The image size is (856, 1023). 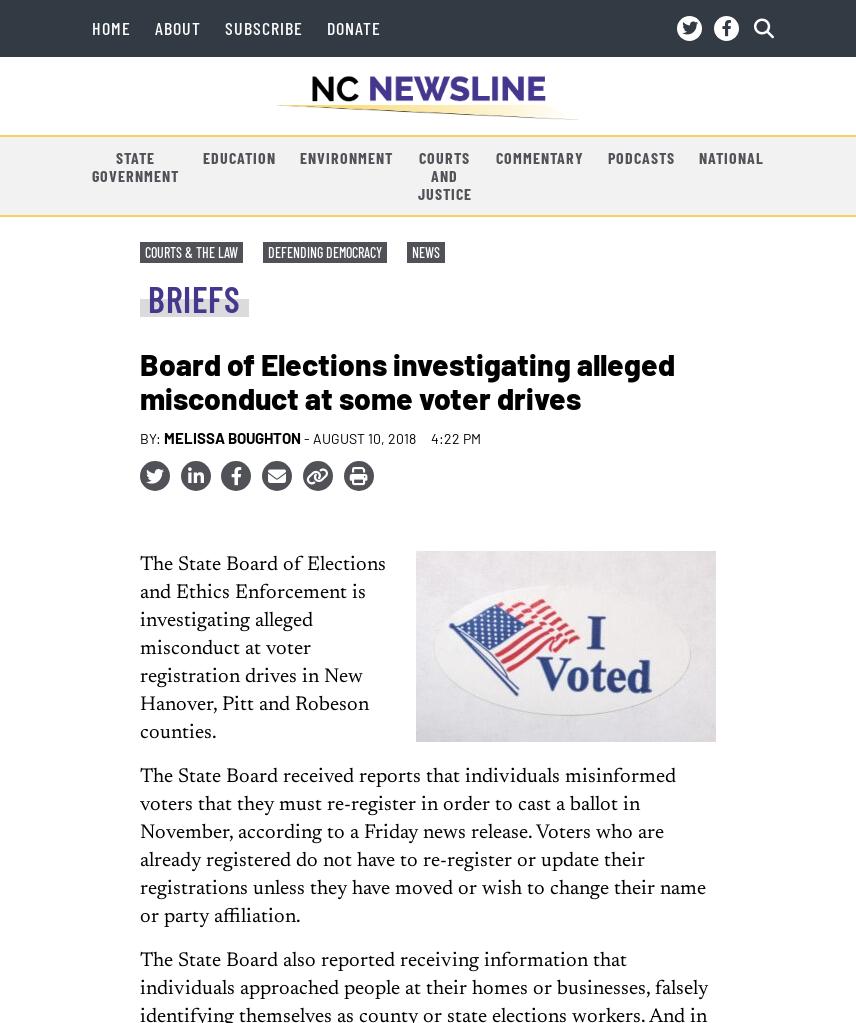 What do you see at coordinates (442, 699) in the screenshot?
I see `'Always ask voter registration workers to verify their identities and their organizations before providing any information. If an individual refuses to comply, do not provide any information and call the State Board office immediately at 919-814-0700. Ask for the Investigations Division.'` at bounding box center [442, 699].